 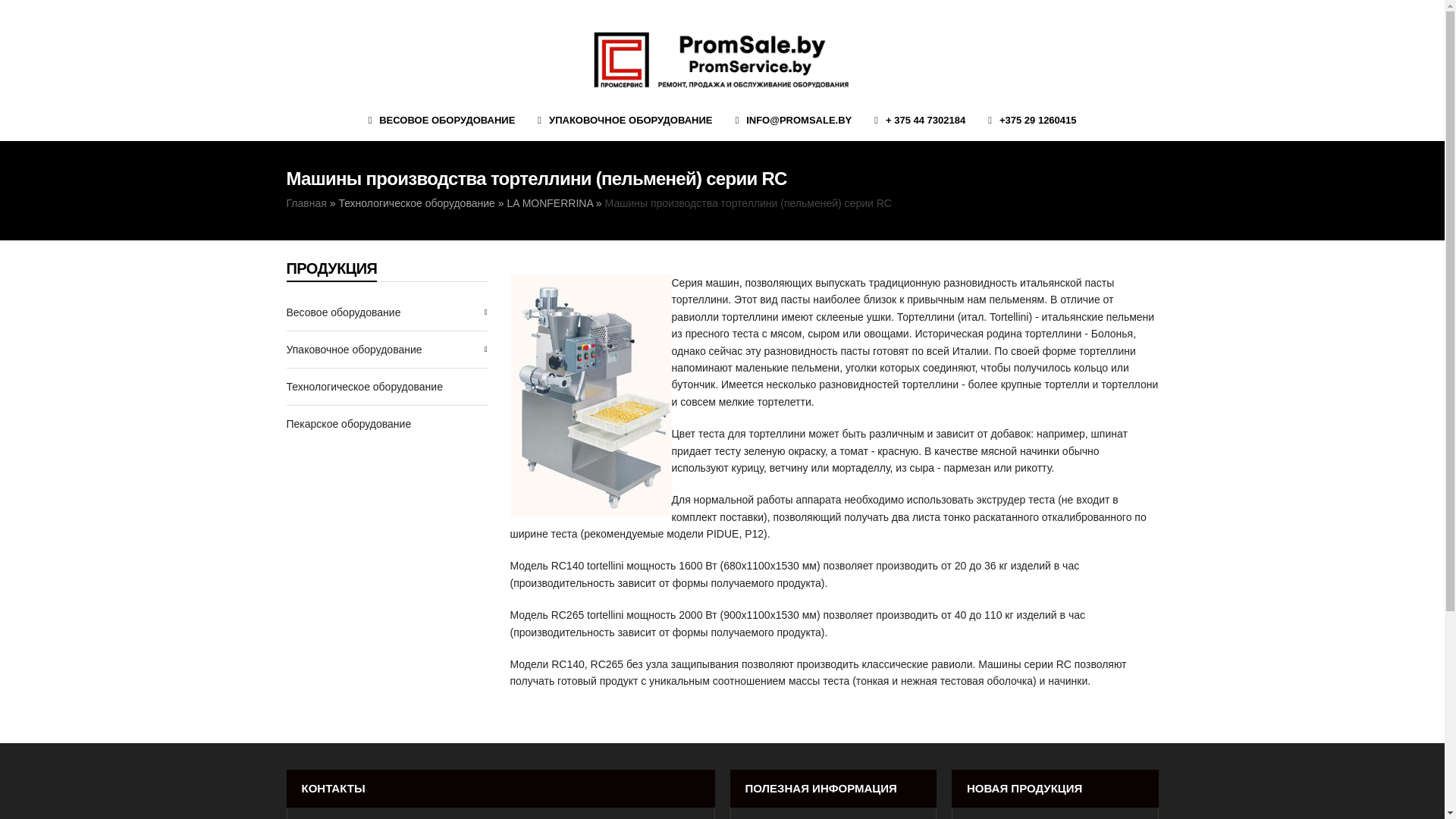 I want to click on 'LA MONFERRINA', so click(x=548, y=202).